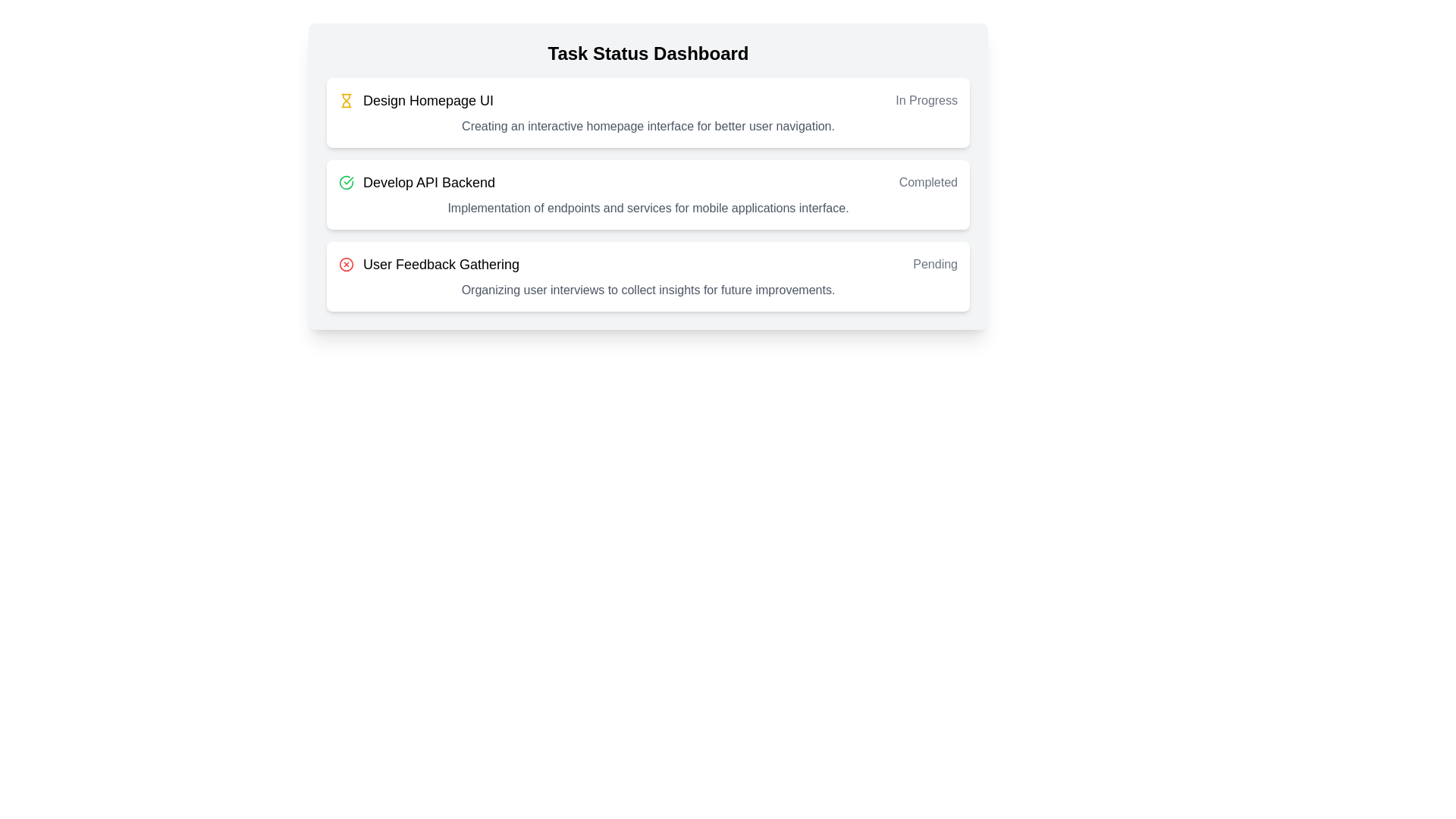 The height and width of the screenshot is (819, 1456). What do you see at coordinates (648, 290) in the screenshot?
I see `the static text element that reads 'Organizing user interviews to collect insights for future improvements.' located below the title 'User Feedback Gathering' in the task status dashboard` at bounding box center [648, 290].